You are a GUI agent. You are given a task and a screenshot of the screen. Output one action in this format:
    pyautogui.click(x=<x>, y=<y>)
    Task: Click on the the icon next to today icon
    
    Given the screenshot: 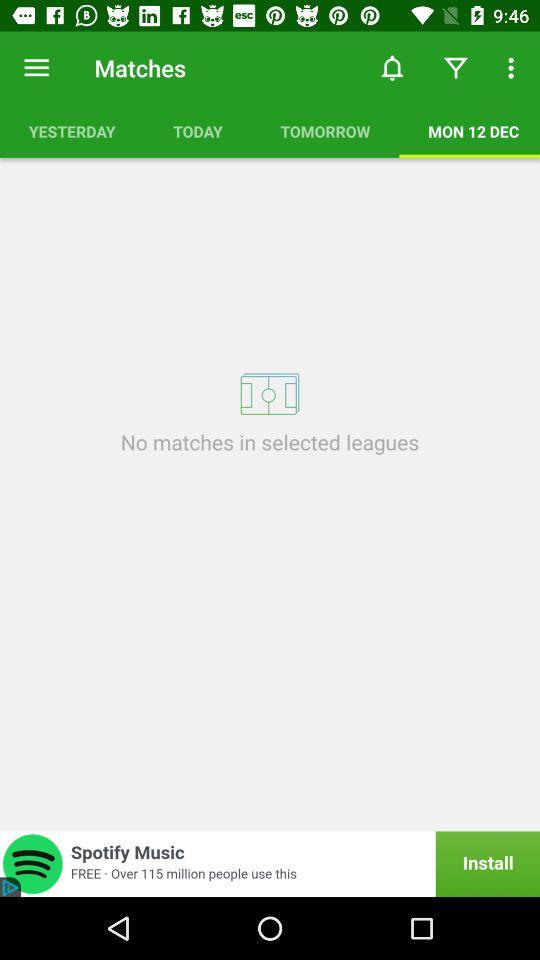 What is the action you would take?
    pyautogui.click(x=325, y=130)
    